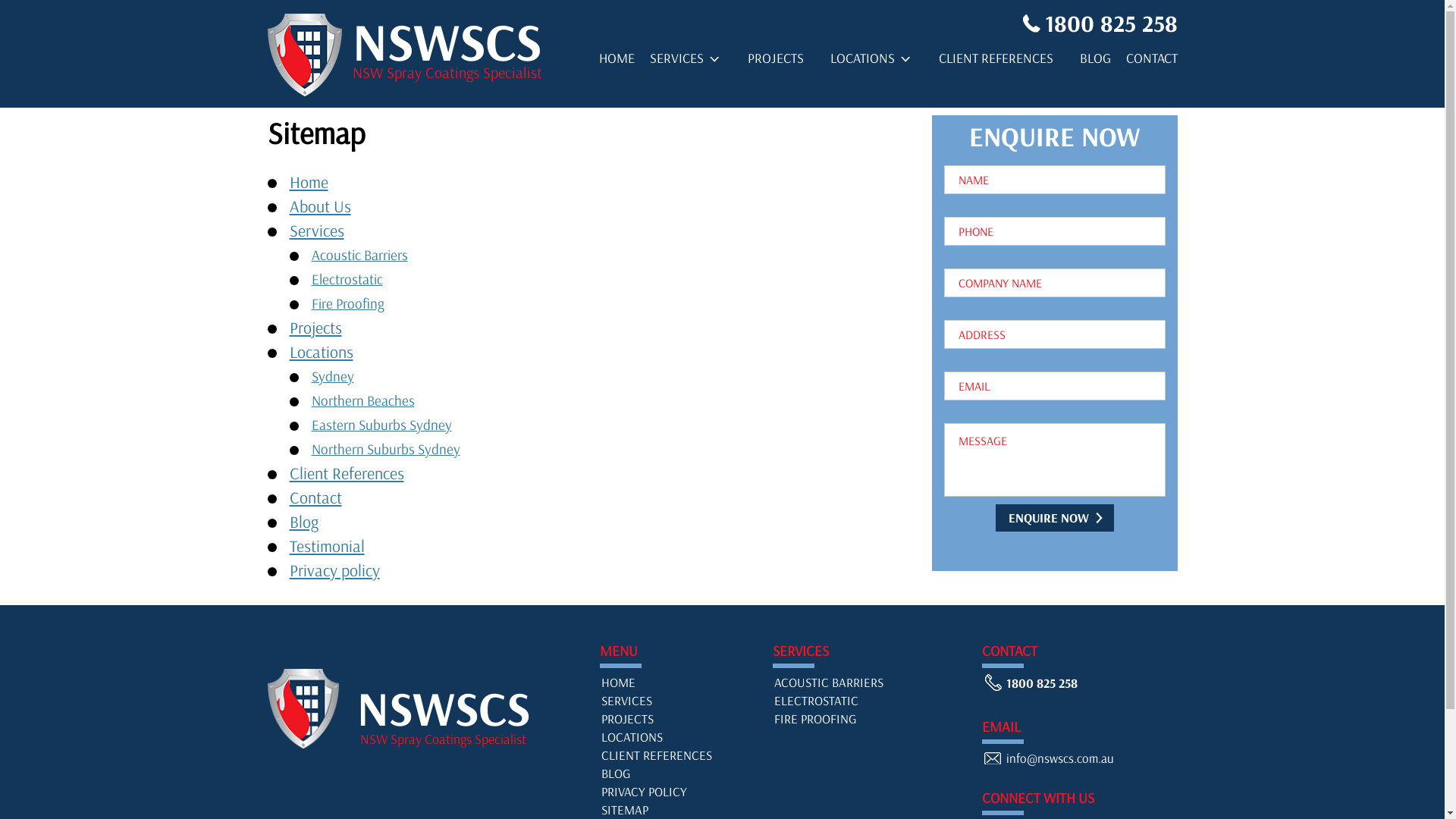  I want to click on 'ACOUSTIC BARRIERS', so click(773, 681).